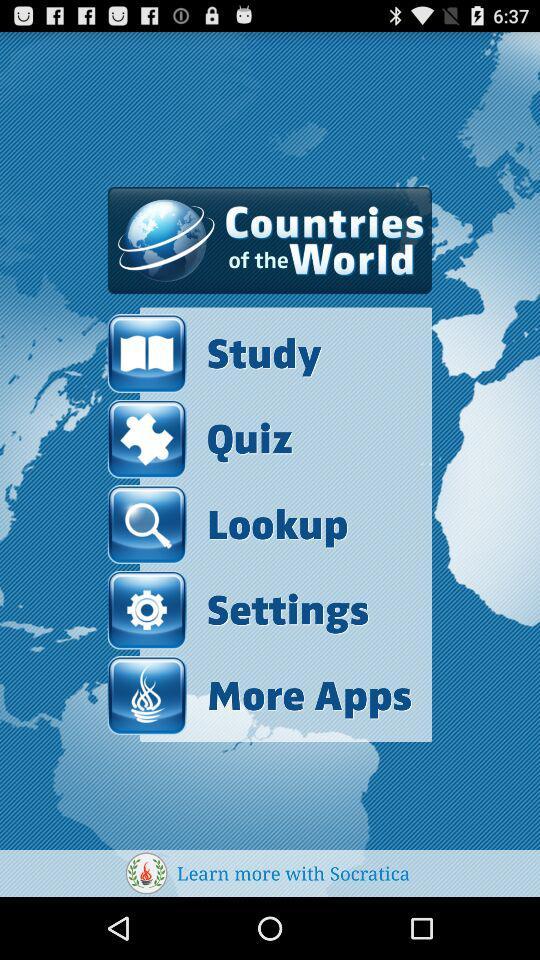 Image resolution: width=540 pixels, height=960 pixels. Describe the element at coordinates (238, 609) in the screenshot. I see `item below lookup` at that location.